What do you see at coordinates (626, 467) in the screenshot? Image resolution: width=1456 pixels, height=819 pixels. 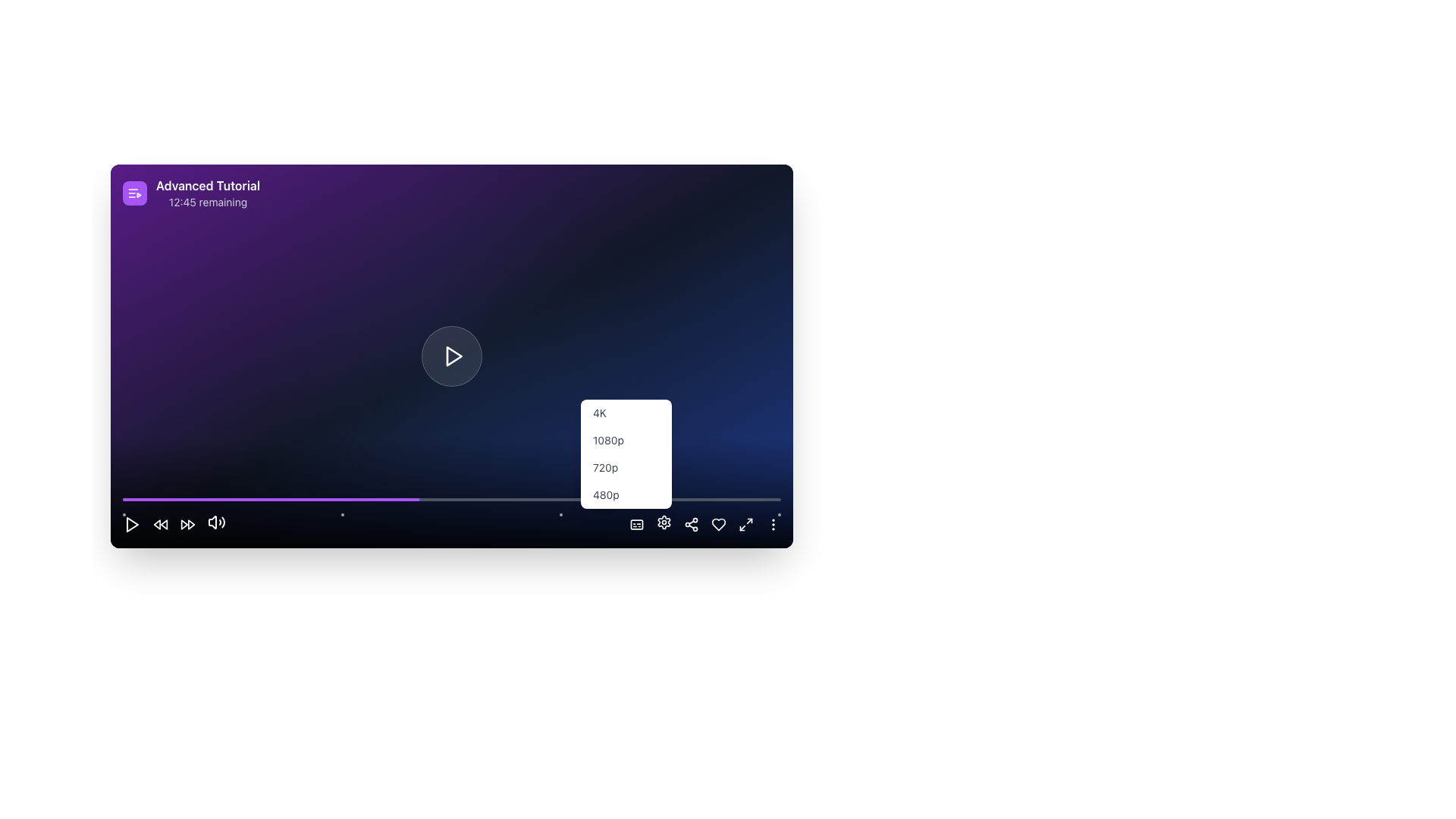 I see `the 720p resolution option in the dropdown menu for visual feedback` at bounding box center [626, 467].